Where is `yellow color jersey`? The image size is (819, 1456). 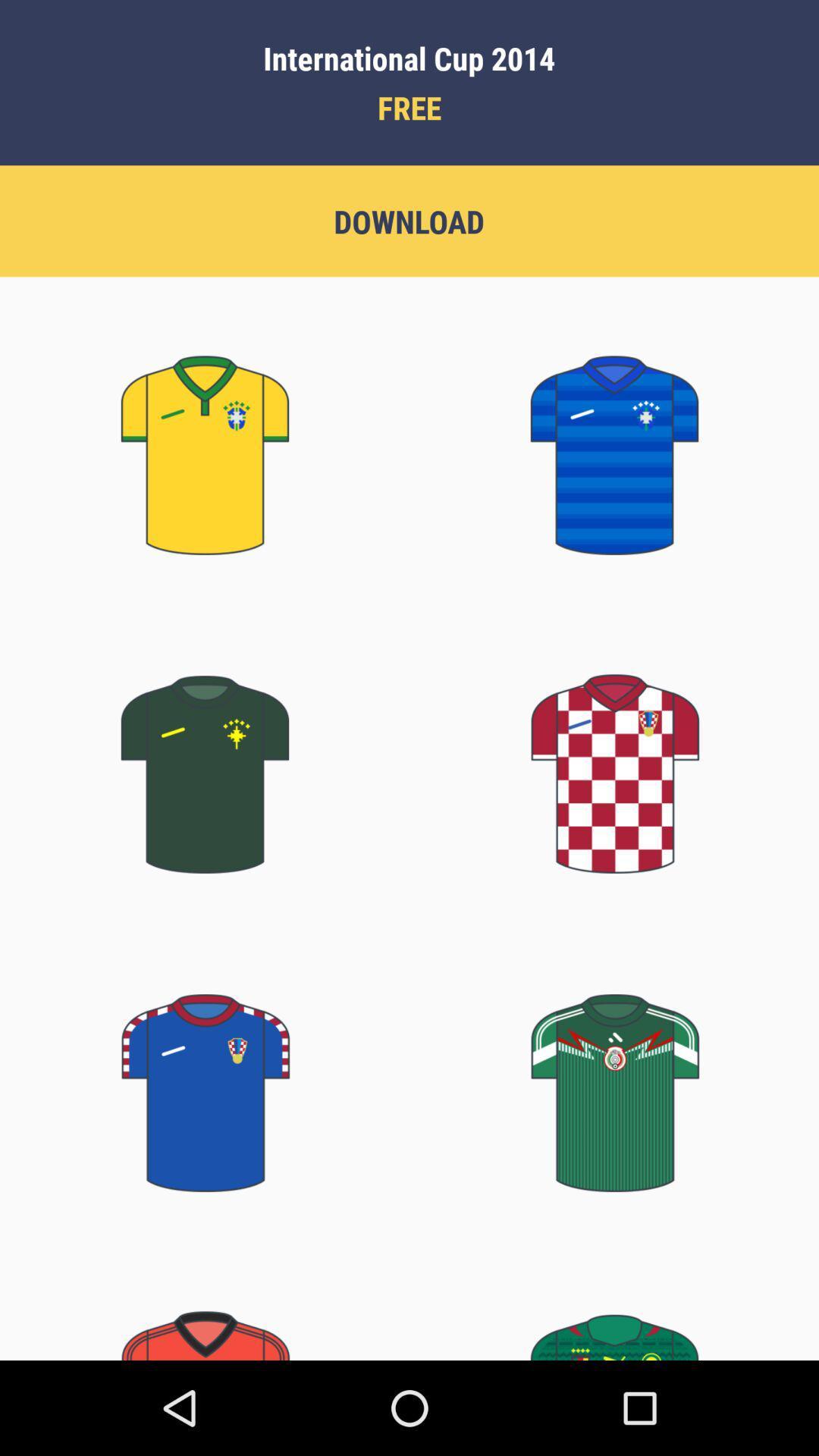
yellow color jersey is located at coordinates (205, 435).